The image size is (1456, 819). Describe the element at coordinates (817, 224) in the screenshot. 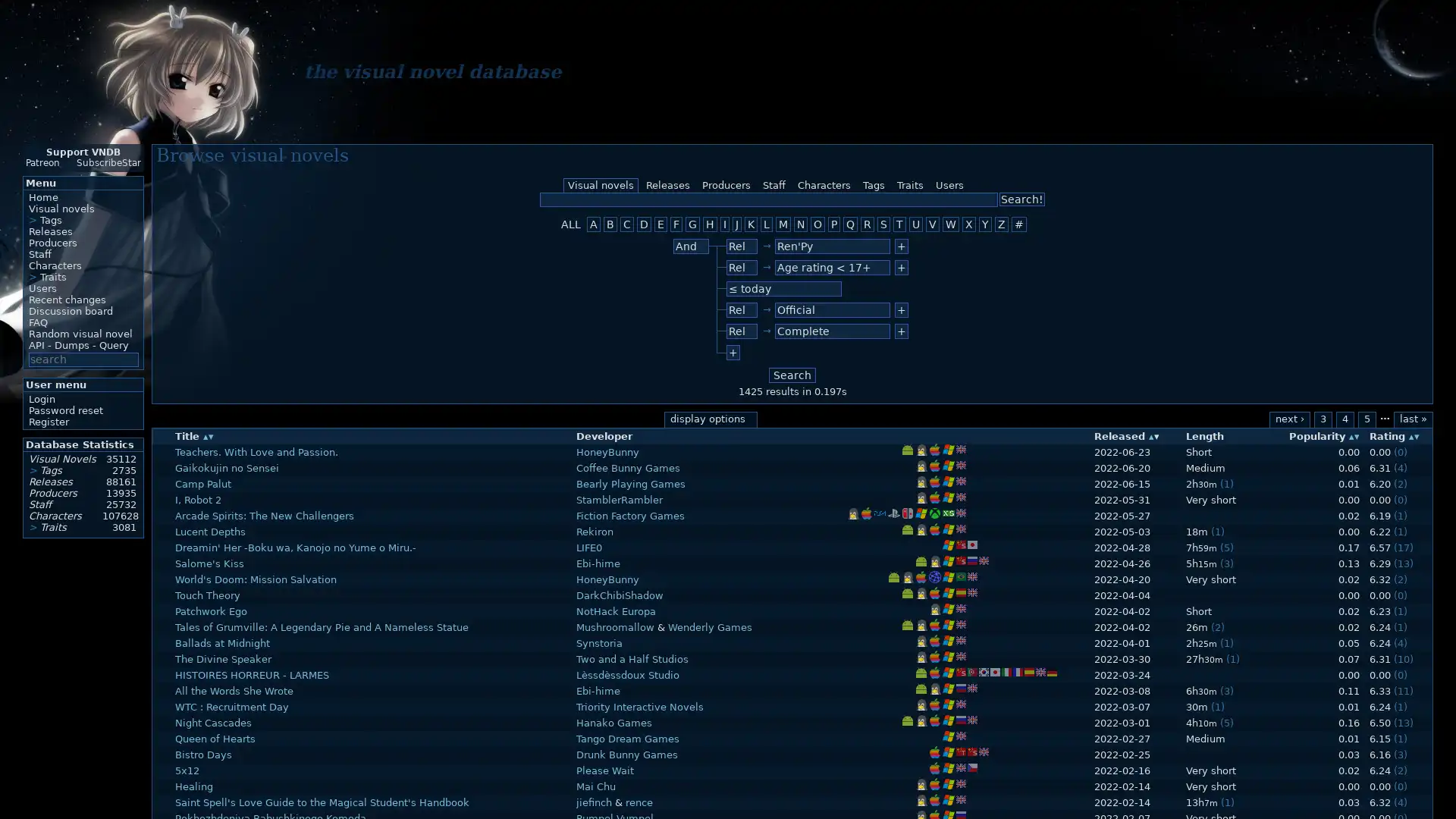

I see `O` at that location.